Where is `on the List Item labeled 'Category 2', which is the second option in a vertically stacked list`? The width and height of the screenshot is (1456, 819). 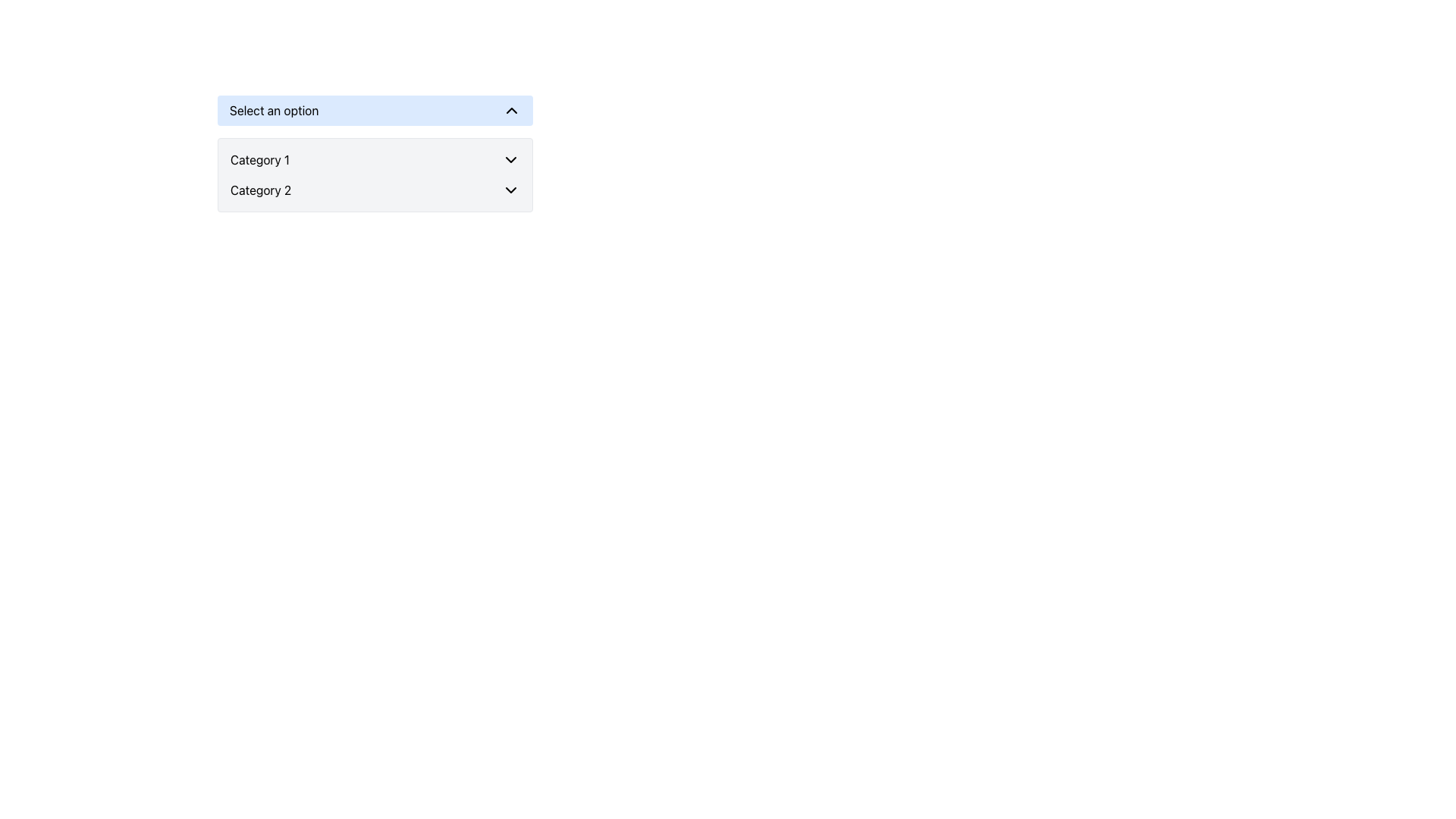 on the List Item labeled 'Category 2', which is the second option in a vertically stacked list is located at coordinates (375, 189).